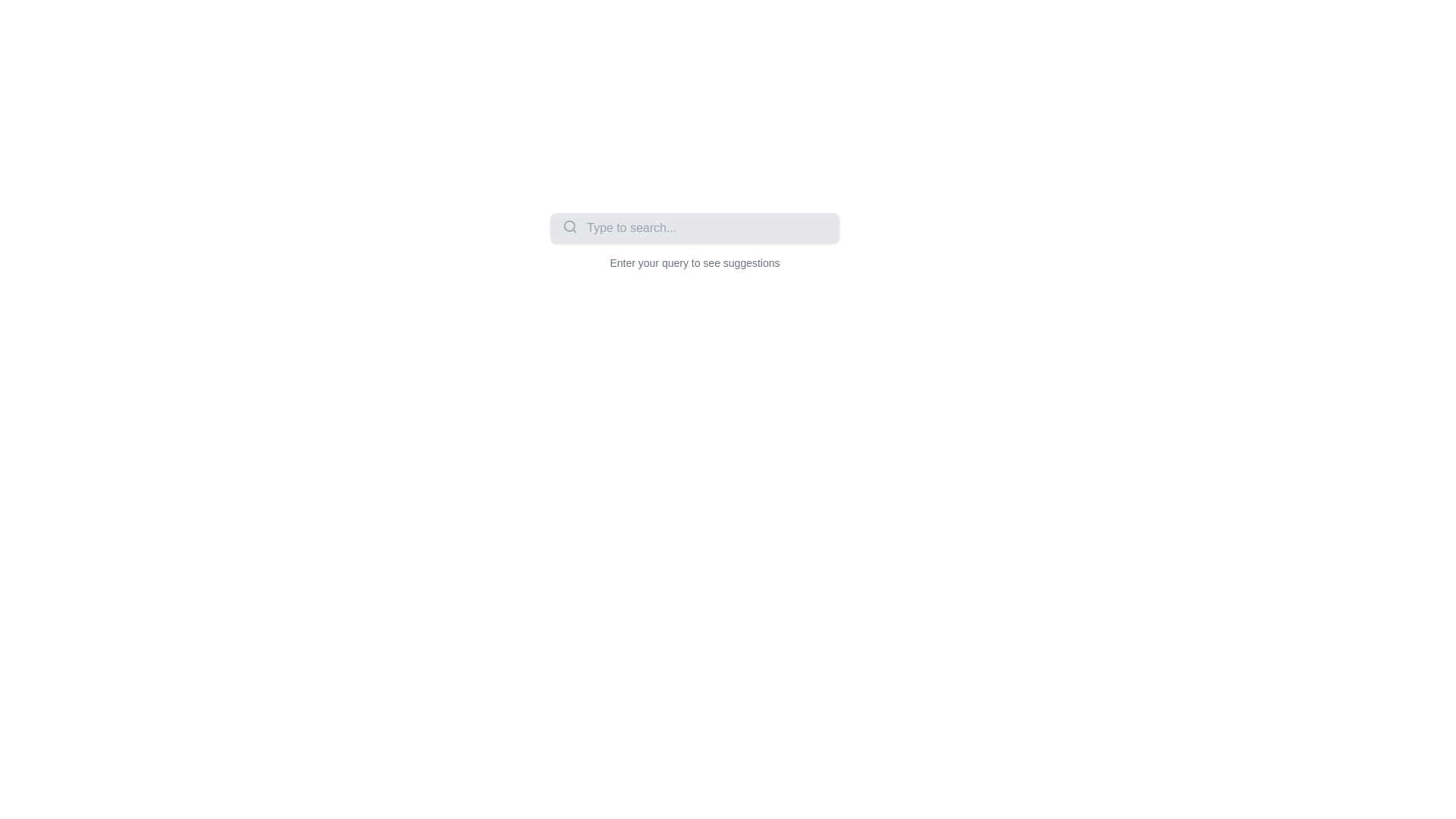 The height and width of the screenshot is (819, 1456). What do you see at coordinates (569, 226) in the screenshot?
I see `the circular element at the center of the magnifying glass icon in the search interface` at bounding box center [569, 226].